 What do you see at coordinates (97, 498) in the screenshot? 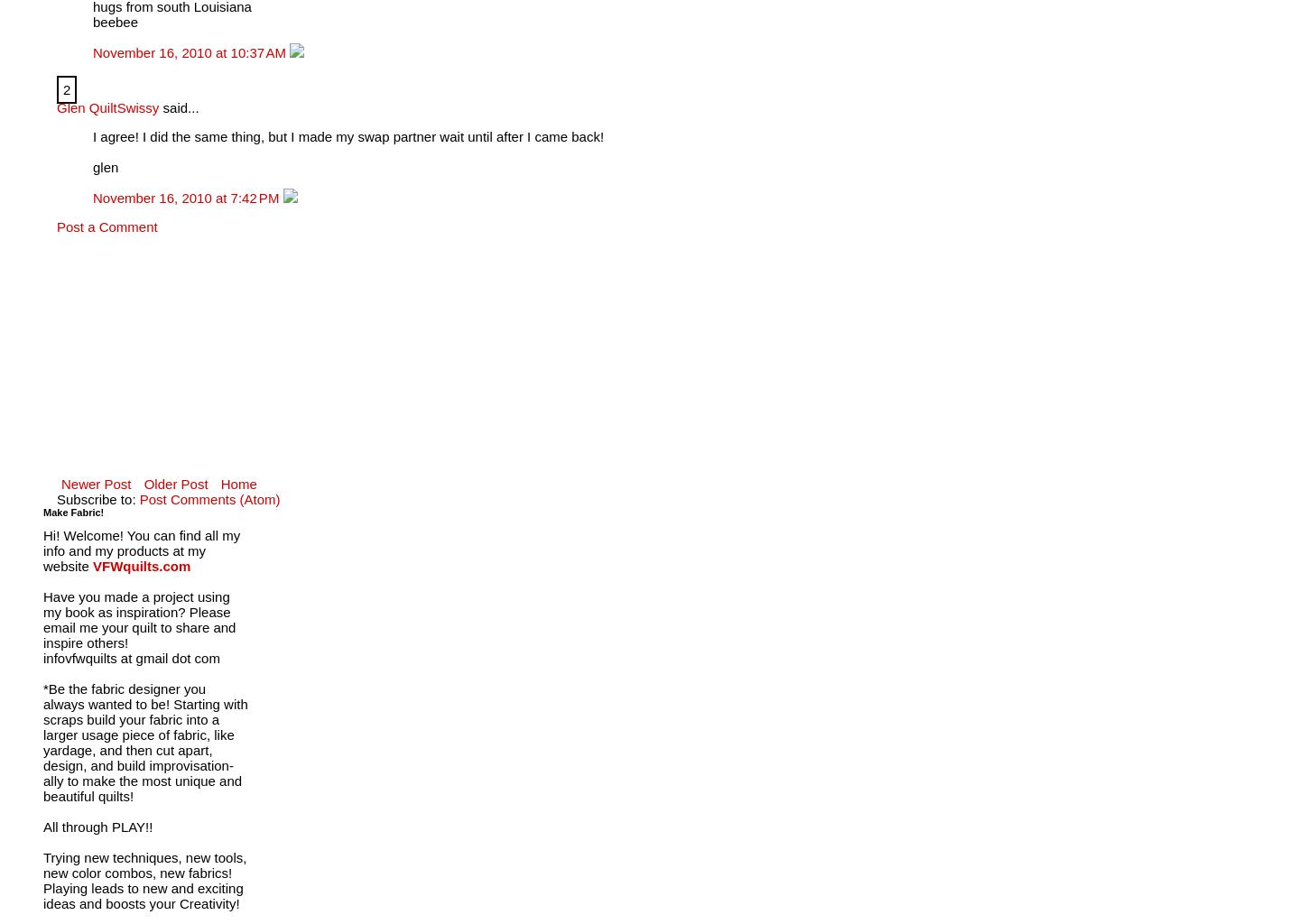
I see `'Subscribe to:'` at bounding box center [97, 498].